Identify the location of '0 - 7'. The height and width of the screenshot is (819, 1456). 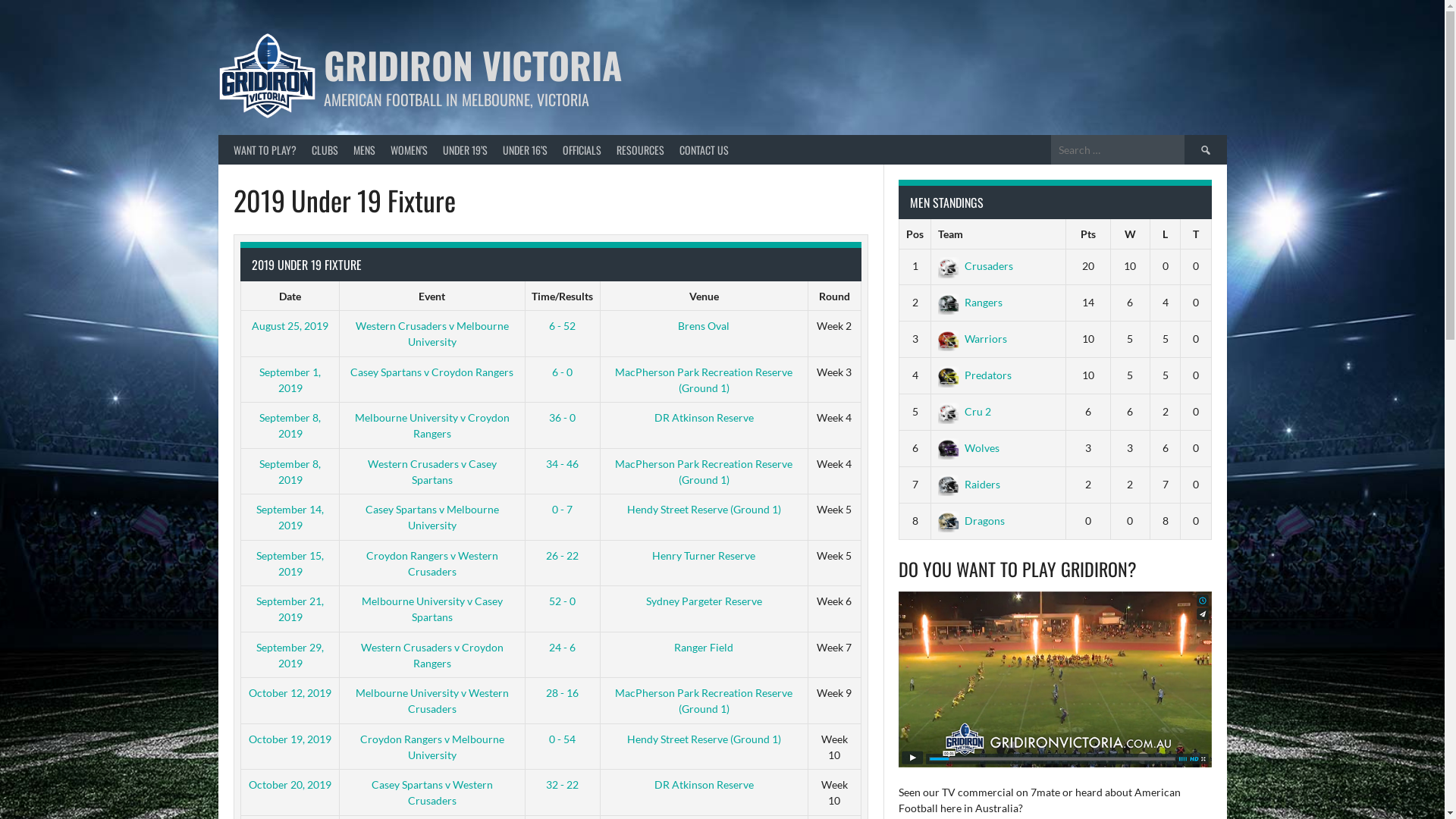
(561, 509).